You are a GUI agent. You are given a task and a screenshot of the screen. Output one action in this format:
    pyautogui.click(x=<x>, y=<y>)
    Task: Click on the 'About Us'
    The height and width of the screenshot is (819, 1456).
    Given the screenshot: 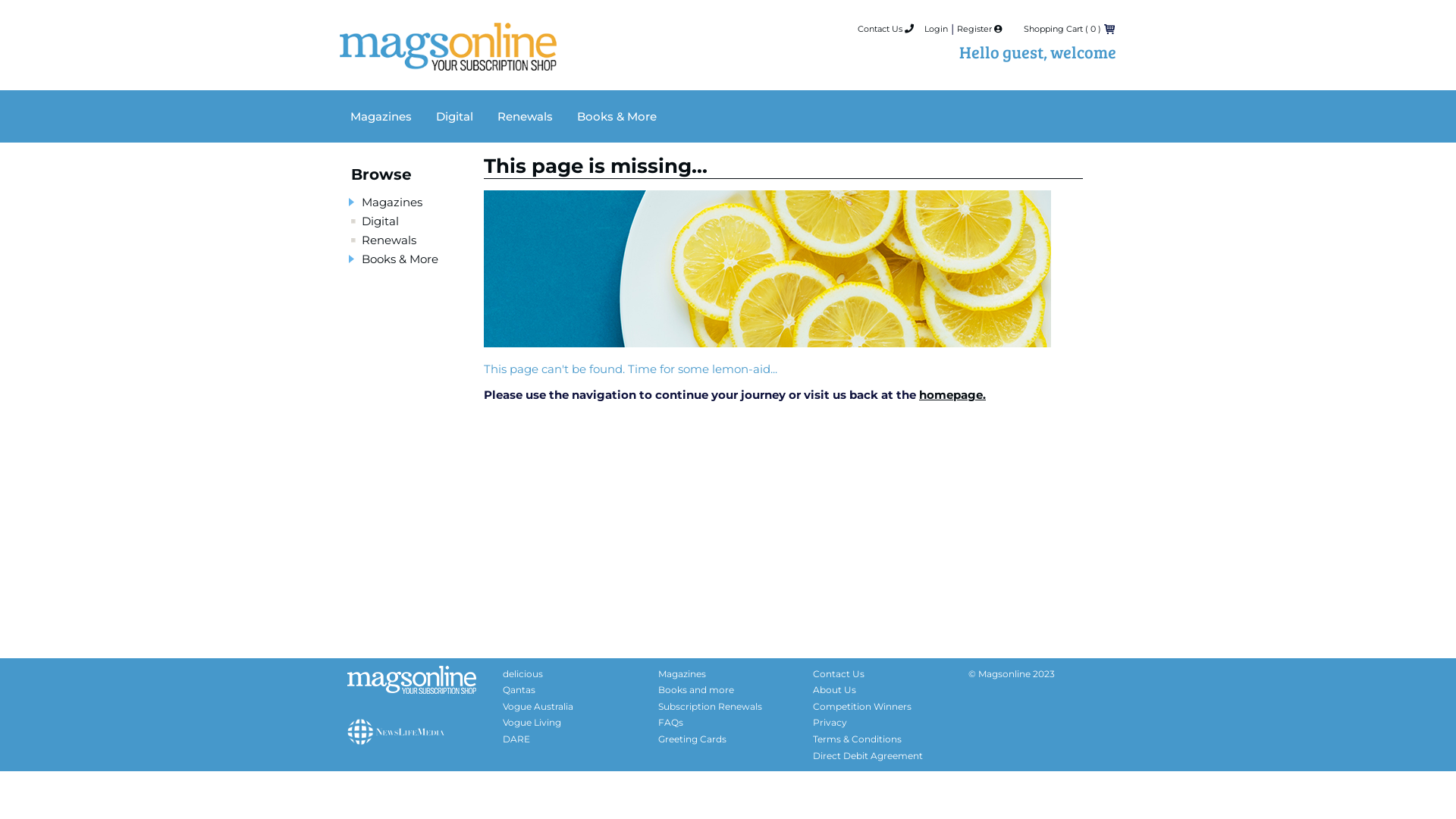 What is the action you would take?
    pyautogui.click(x=833, y=689)
    